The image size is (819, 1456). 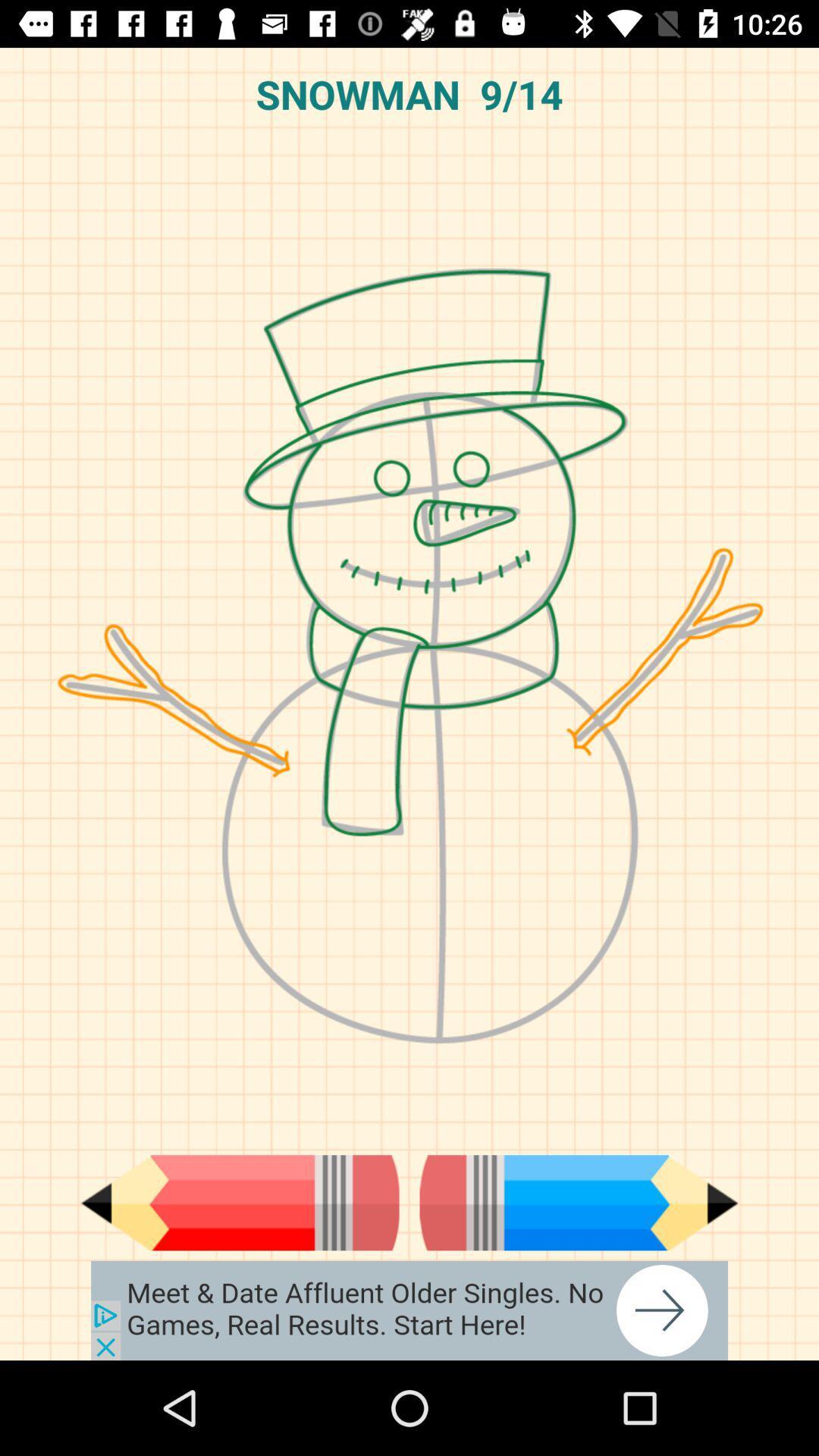 What do you see at coordinates (409, 1310) in the screenshot?
I see `the advertised site` at bounding box center [409, 1310].